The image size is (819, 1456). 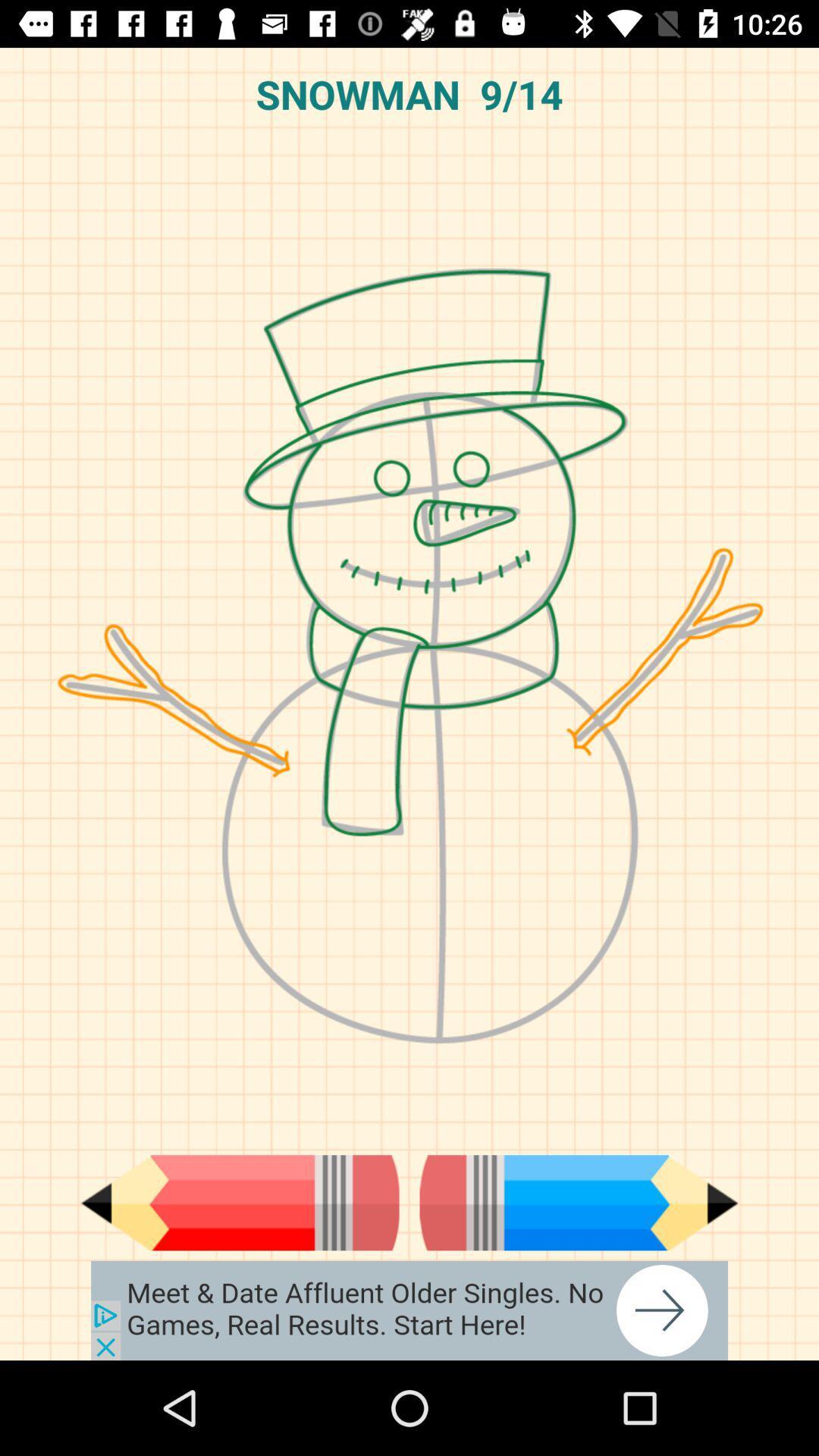 What do you see at coordinates (409, 1310) in the screenshot?
I see `the advertised site` at bounding box center [409, 1310].